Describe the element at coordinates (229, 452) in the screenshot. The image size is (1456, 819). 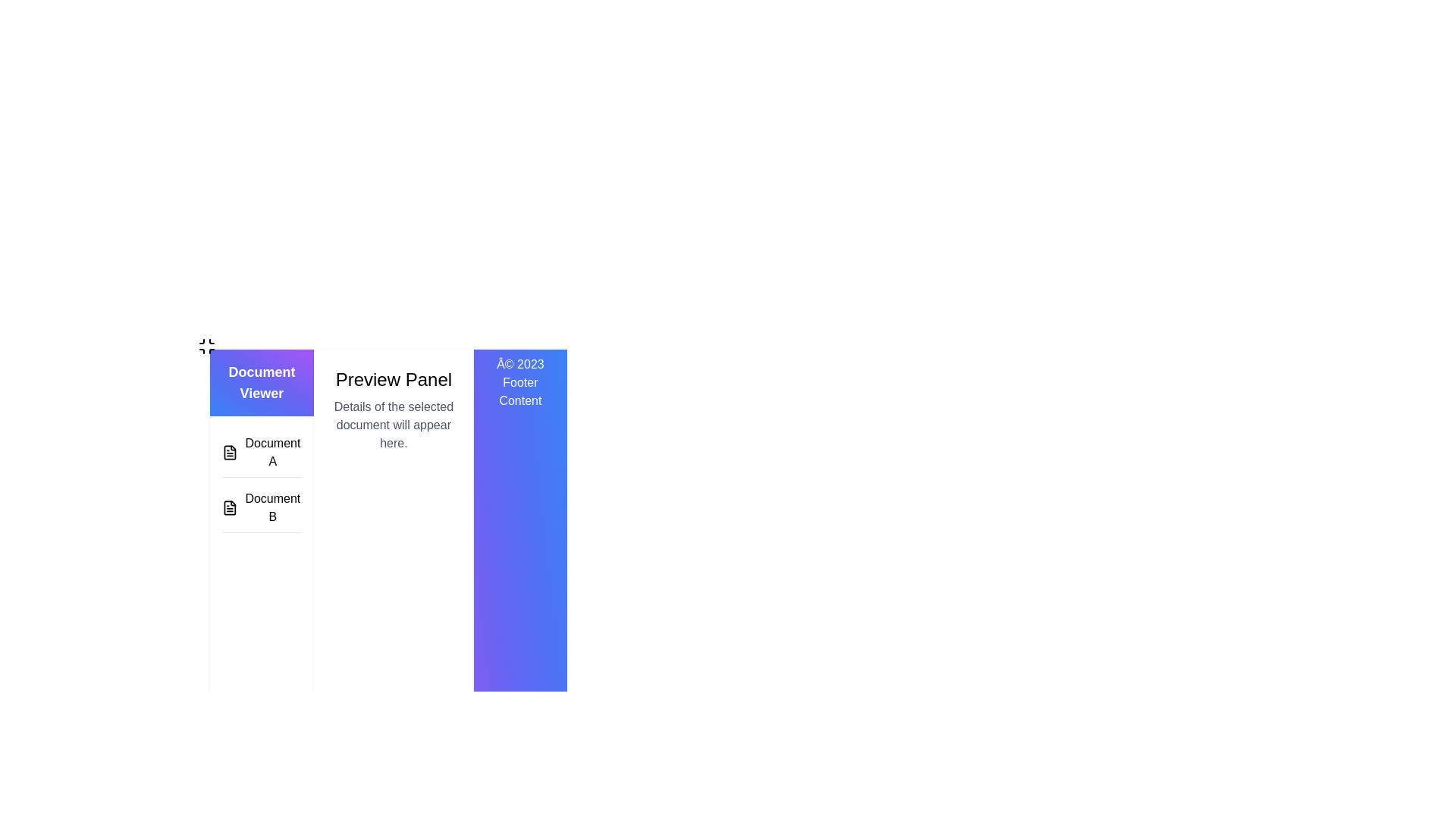
I see `the document icon in the 'Document Viewer' section, which is the first icon in the list and resembles a document with a folded corner` at that location.